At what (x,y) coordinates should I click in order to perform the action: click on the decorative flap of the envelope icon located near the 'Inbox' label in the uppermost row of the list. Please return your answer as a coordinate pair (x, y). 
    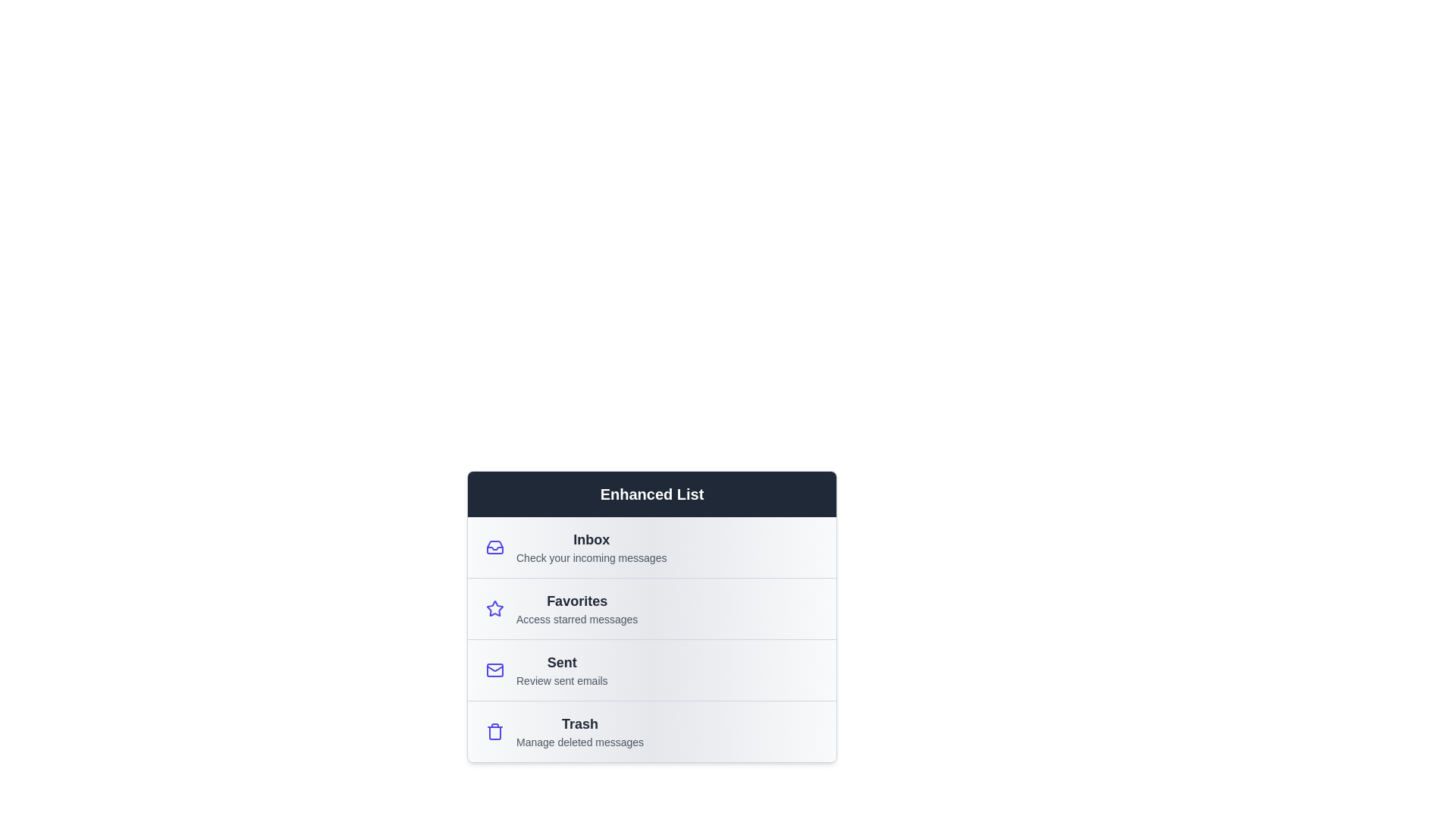
    Looking at the image, I should click on (494, 667).